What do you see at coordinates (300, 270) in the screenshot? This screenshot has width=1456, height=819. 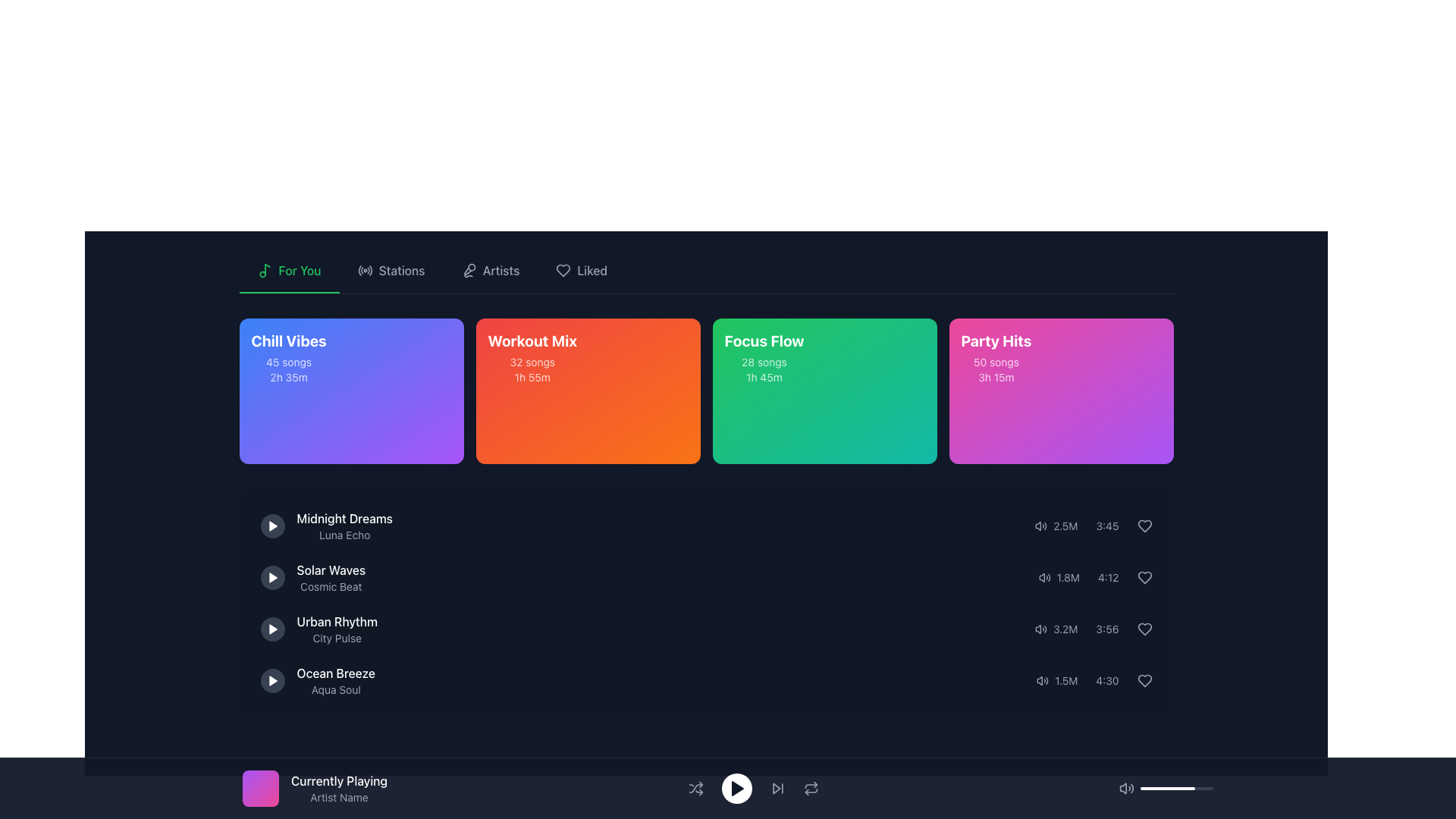 I see `the 'For You' text label in the horizontal navigation bar, which is the second item from the left and is adjacent to a musical note icon` at bounding box center [300, 270].